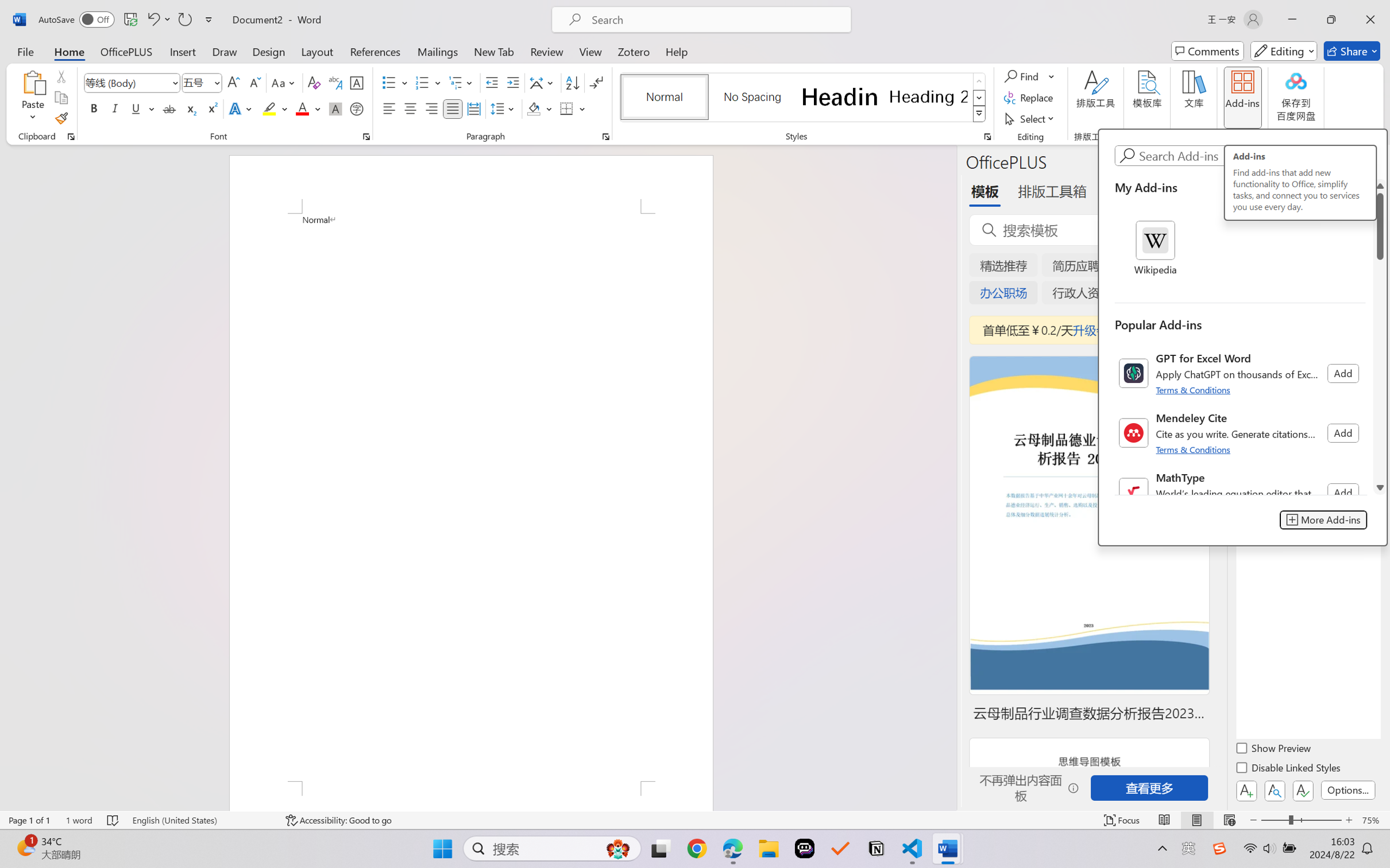 Image resolution: width=1390 pixels, height=868 pixels. I want to click on 'AutomationID: QuickStylesGallery', so click(802, 98).